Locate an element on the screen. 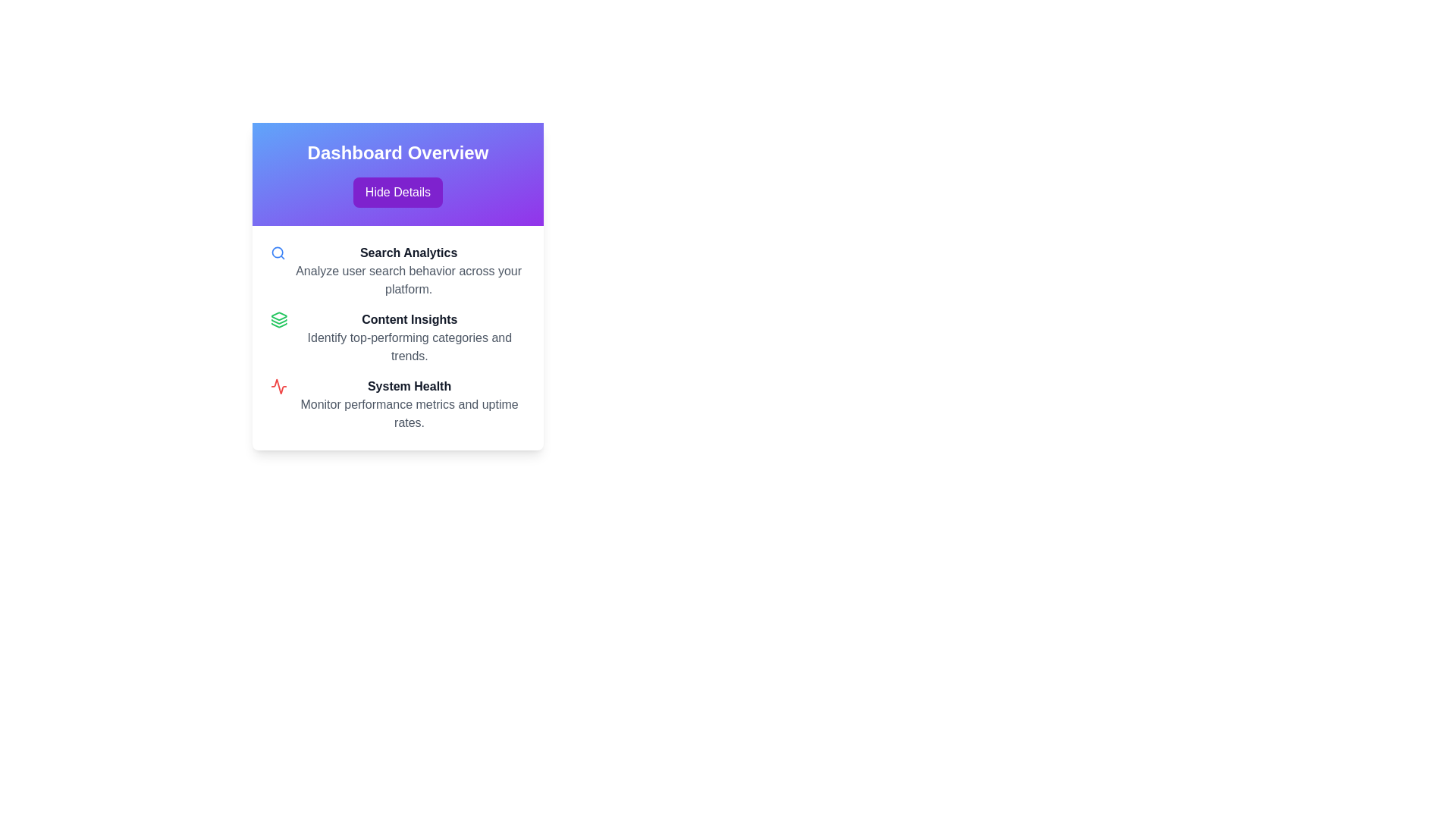  the non-interactive label or heading that serves as a title for 'Content Insights' located at the center of the interface is located at coordinates (409, 318).